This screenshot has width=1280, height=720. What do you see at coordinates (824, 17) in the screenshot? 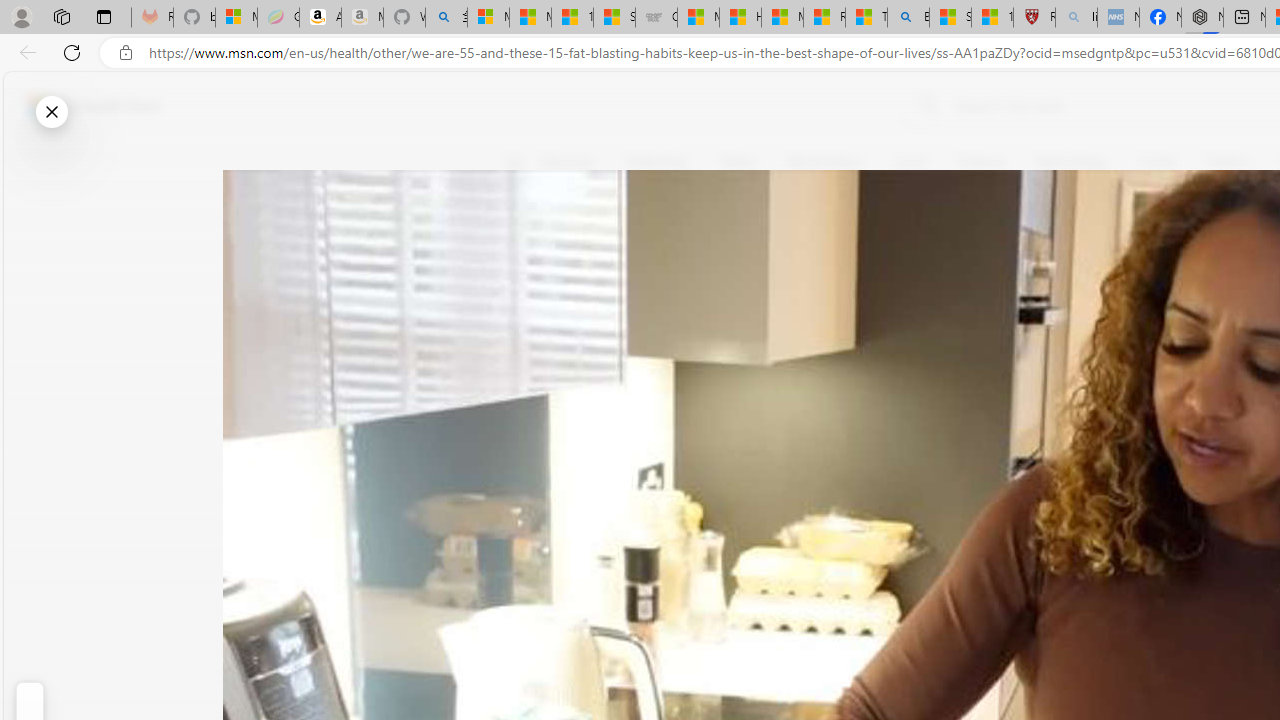
I see `'Recipes - MSN'` at bounding box center [824, 17].